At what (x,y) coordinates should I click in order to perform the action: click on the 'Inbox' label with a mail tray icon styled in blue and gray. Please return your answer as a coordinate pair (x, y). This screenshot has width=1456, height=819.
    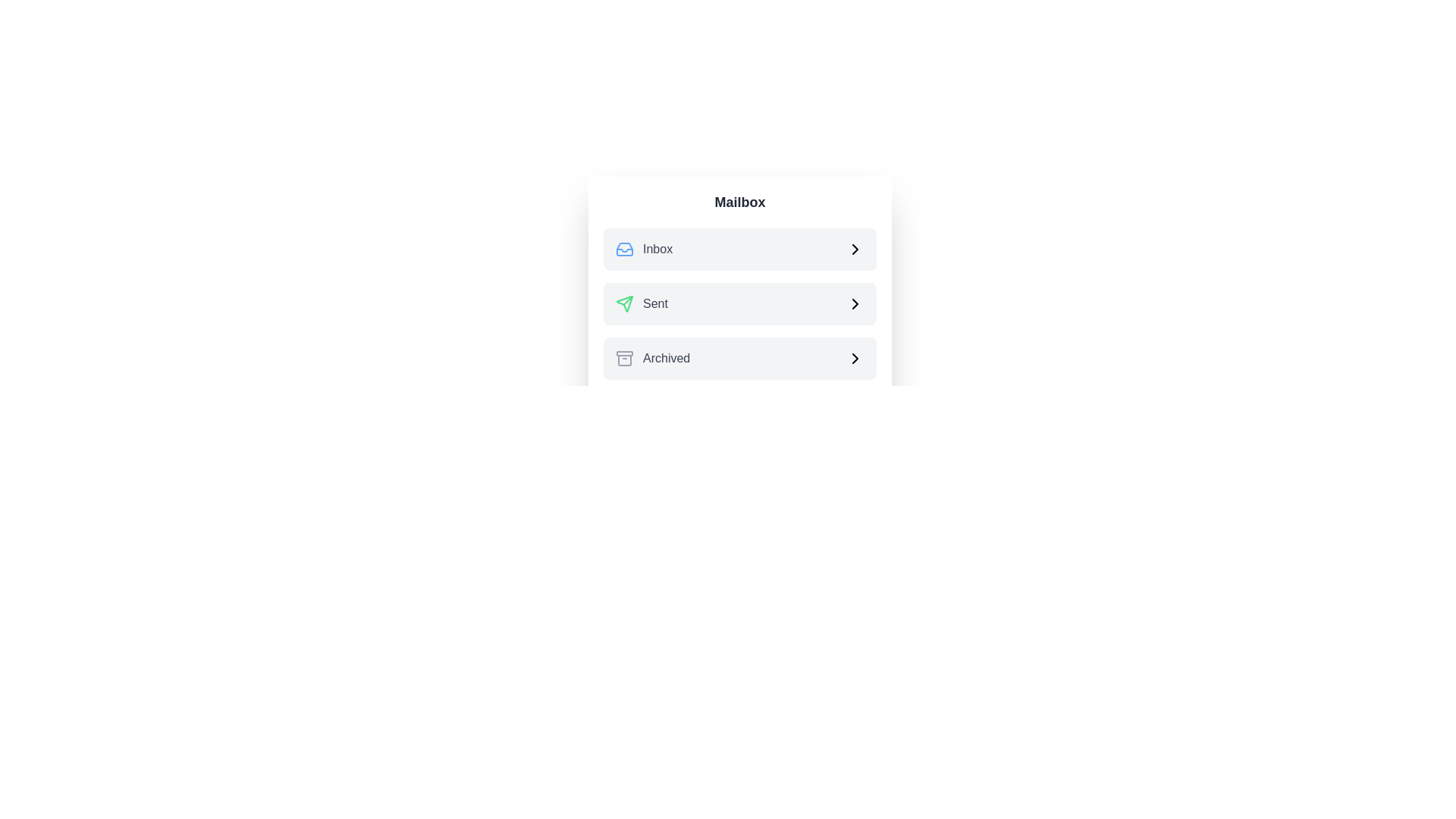
    Looking at the image, I should click on (644, 248).